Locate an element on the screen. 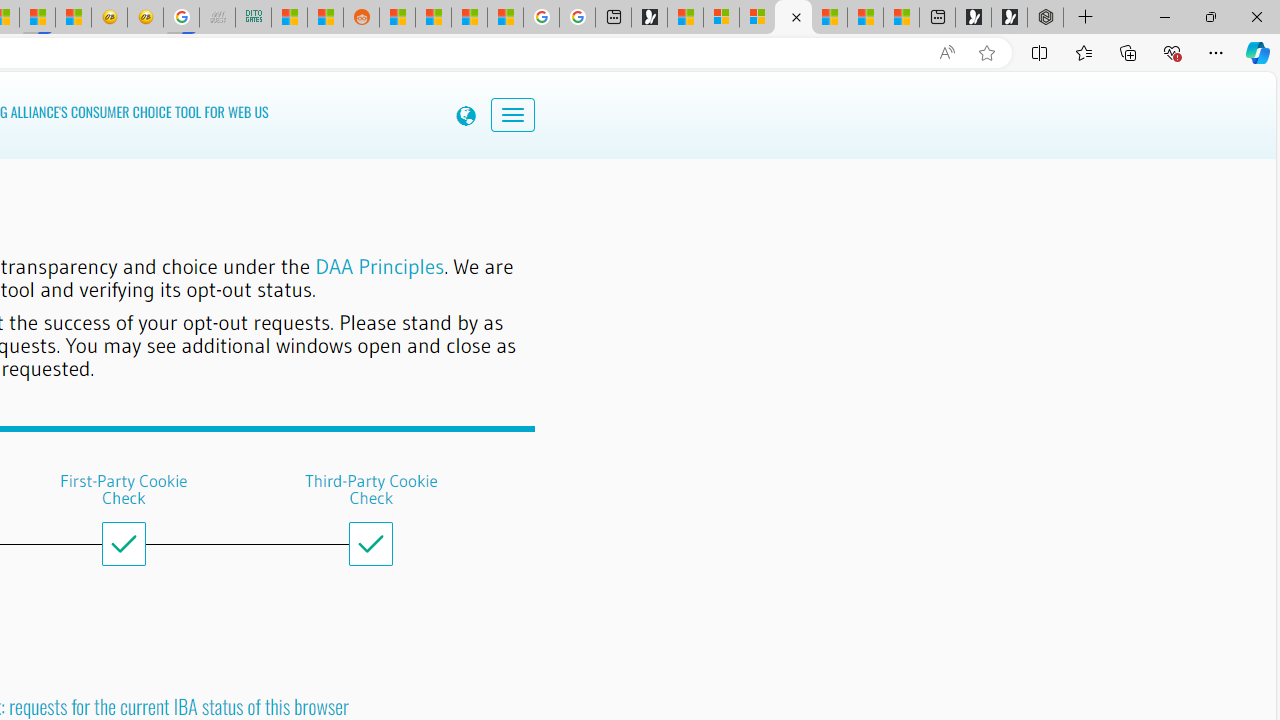  'Toggle navigation' is located at coordinates (513, 114).